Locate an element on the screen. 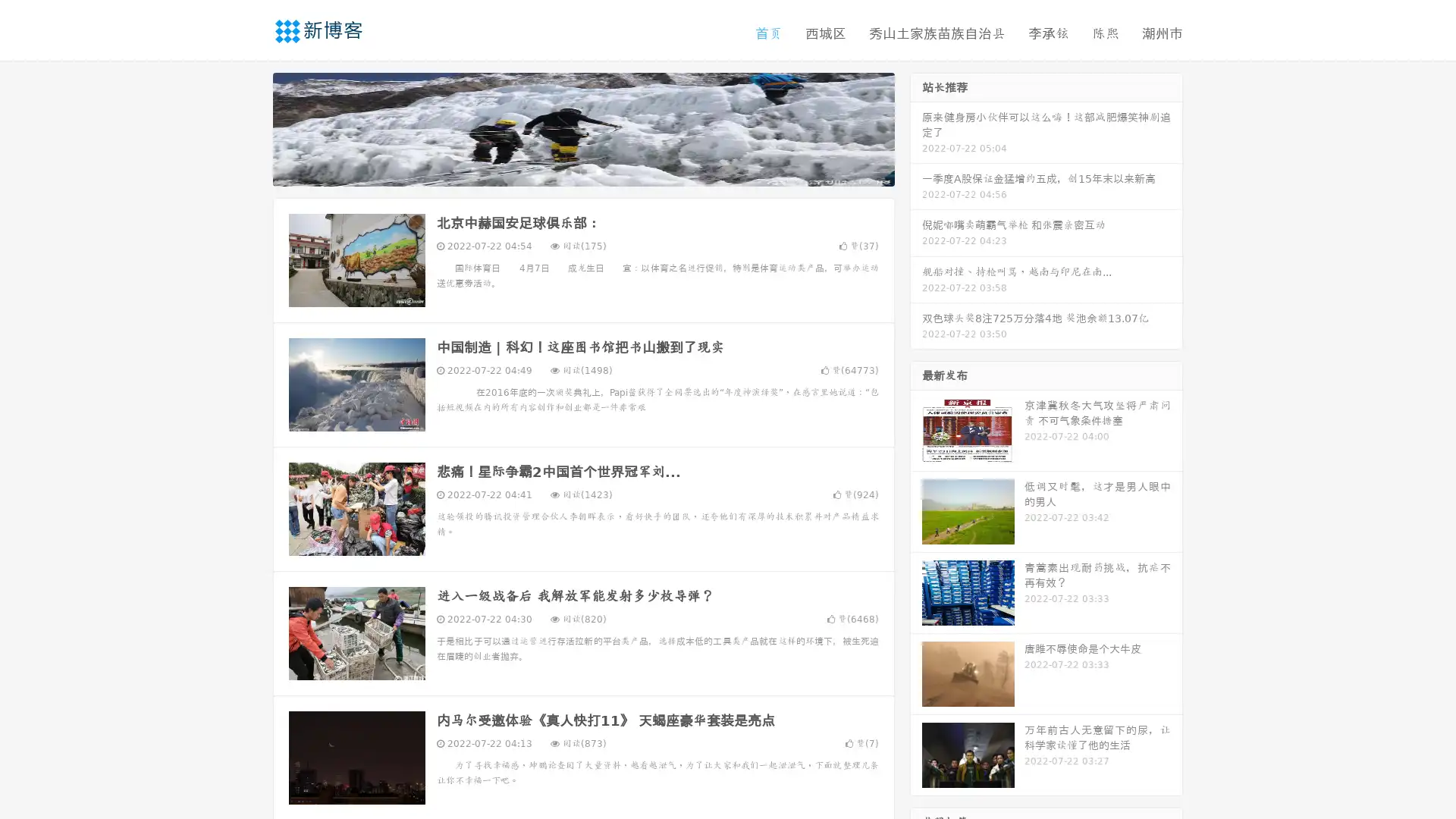 The height and width of the screenshot is (819, 1456). Previous slide is located at coordinates (250, 127).